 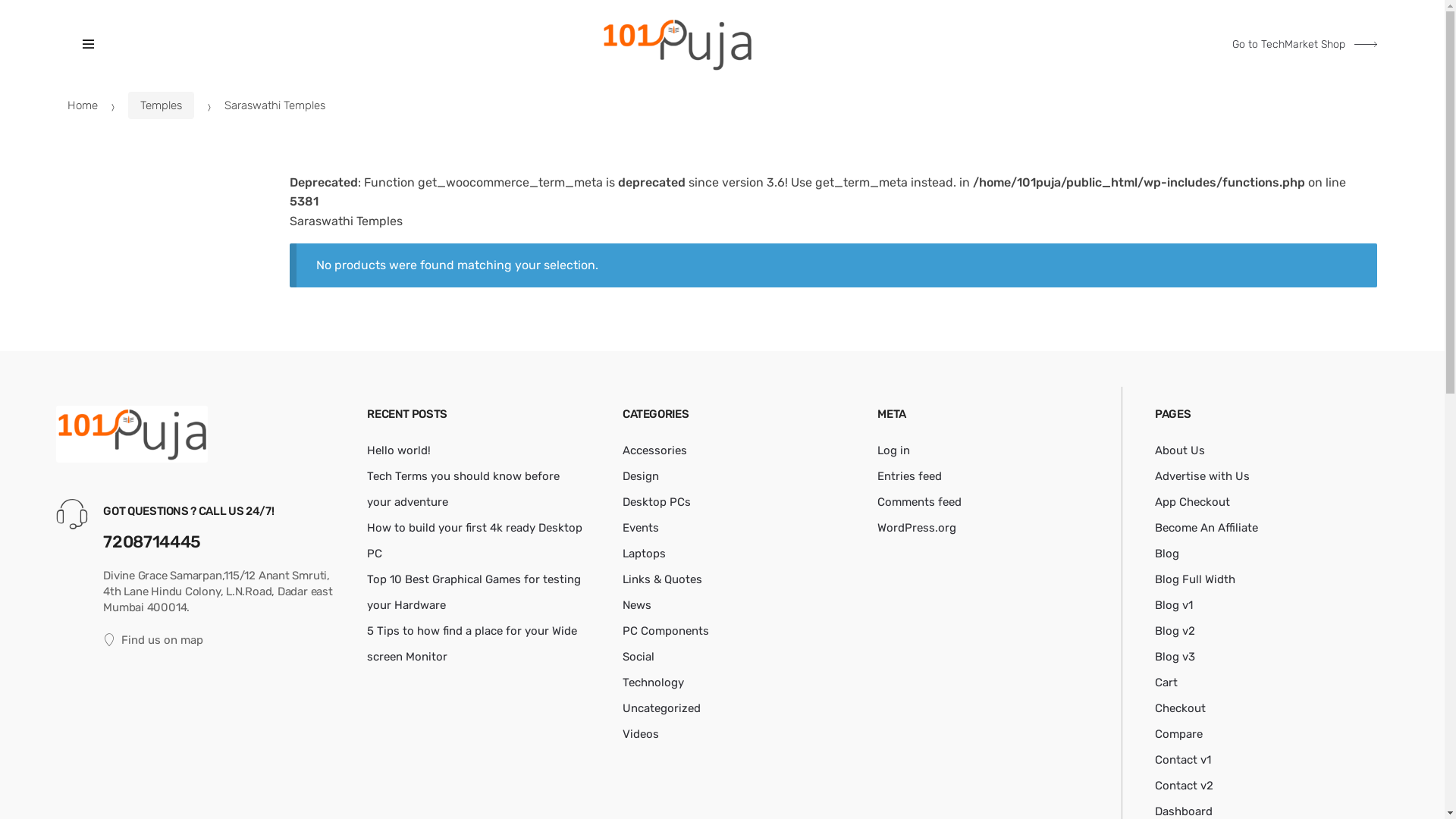 I want to click on 'Go to TechMarket Shop', so click(x=1304, y=43).